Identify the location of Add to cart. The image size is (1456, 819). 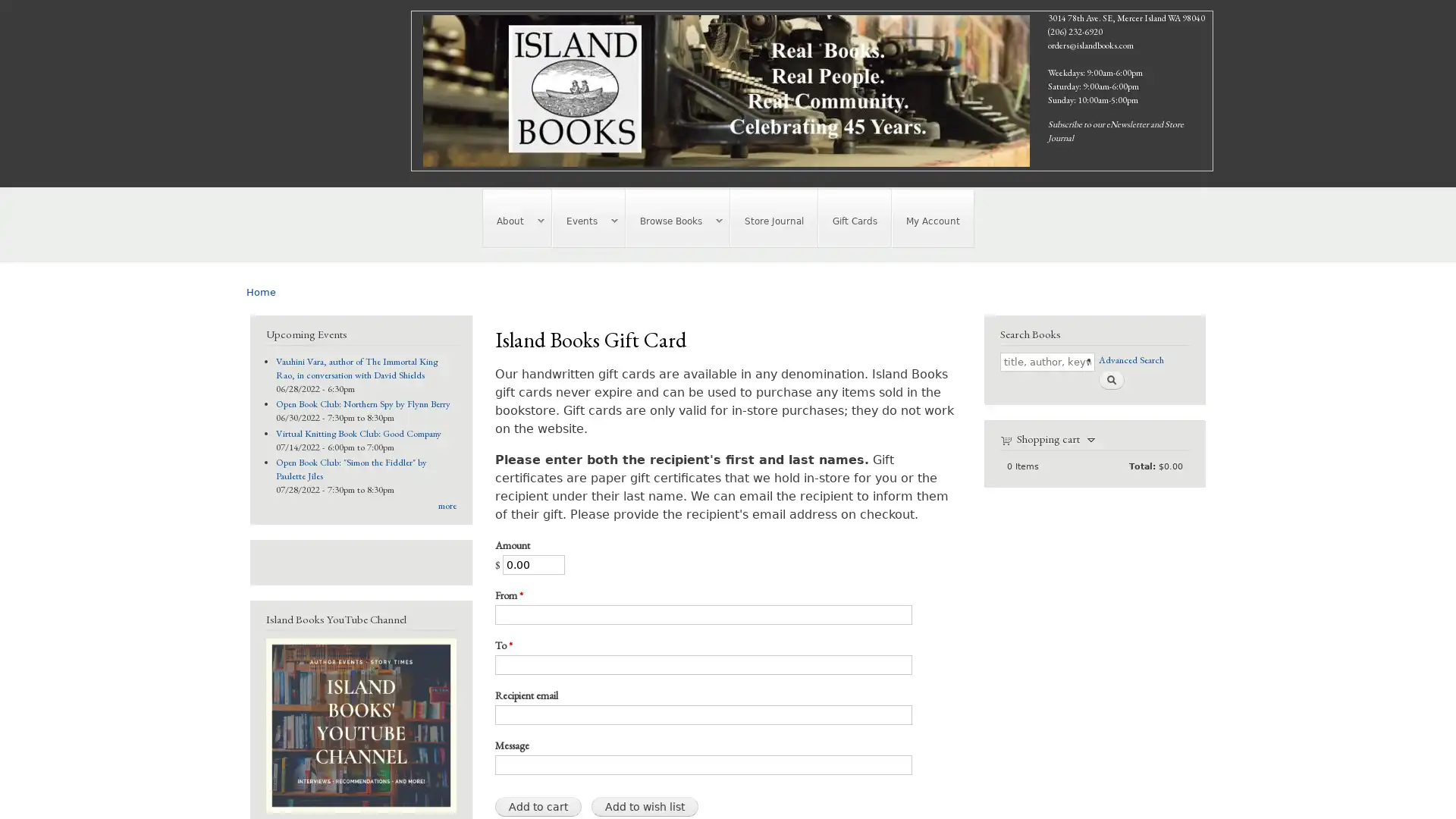
(538, 805).